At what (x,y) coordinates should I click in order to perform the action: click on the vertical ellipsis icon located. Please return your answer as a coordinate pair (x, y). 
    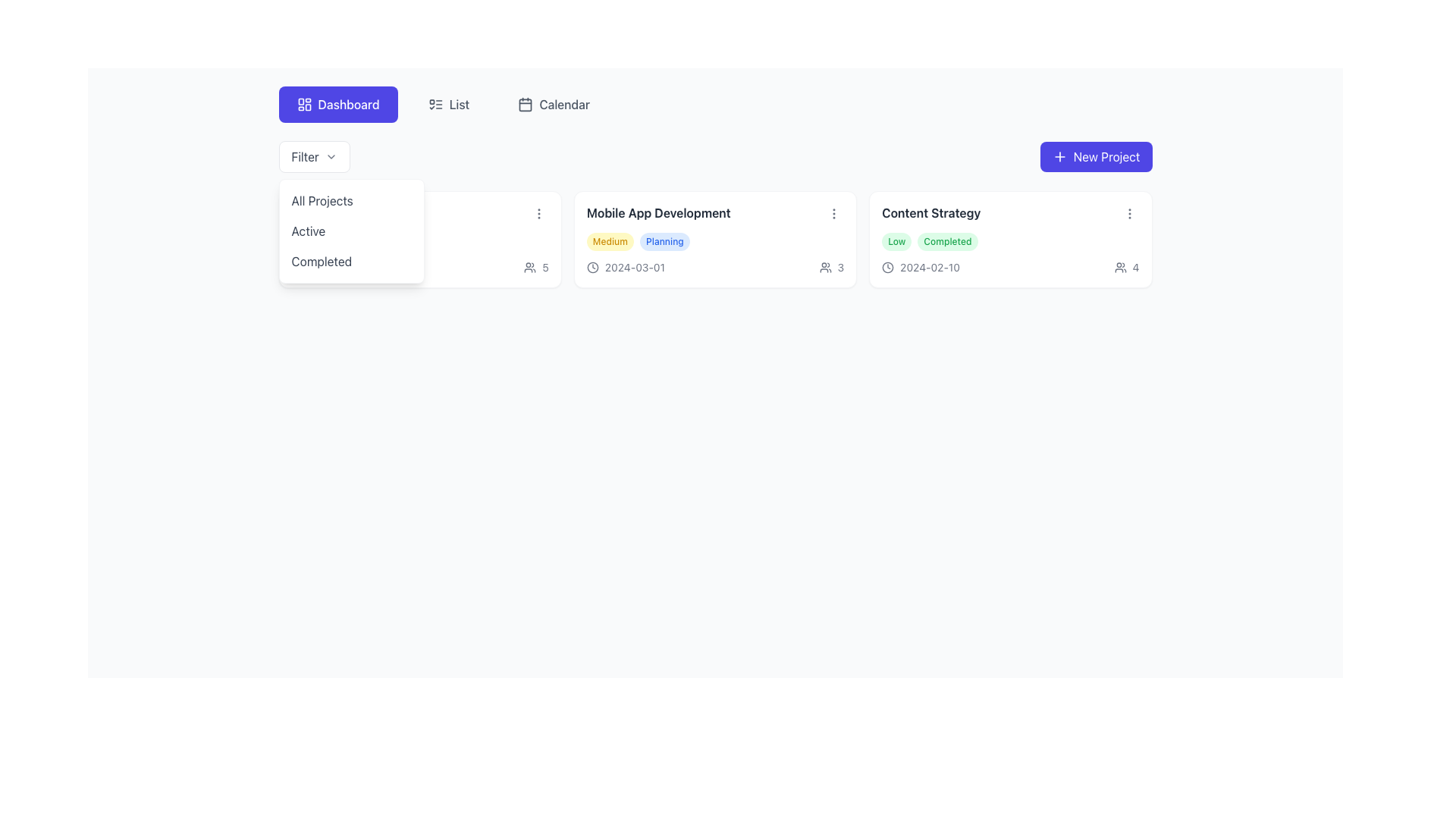
    Looking at the image, I should click on (833, 213).